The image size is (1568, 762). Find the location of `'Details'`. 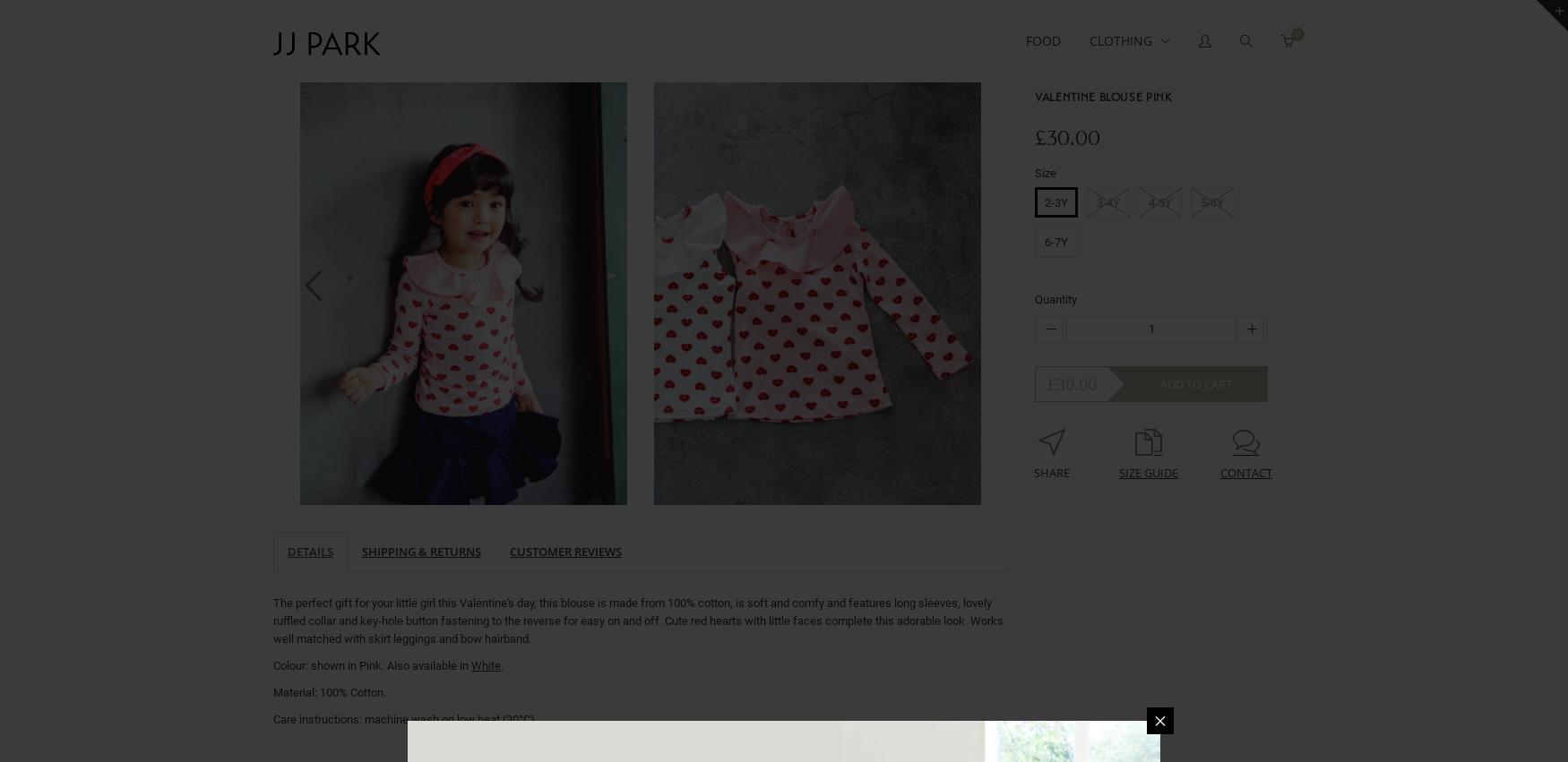

'Details' is located at coordinates (310, 551).